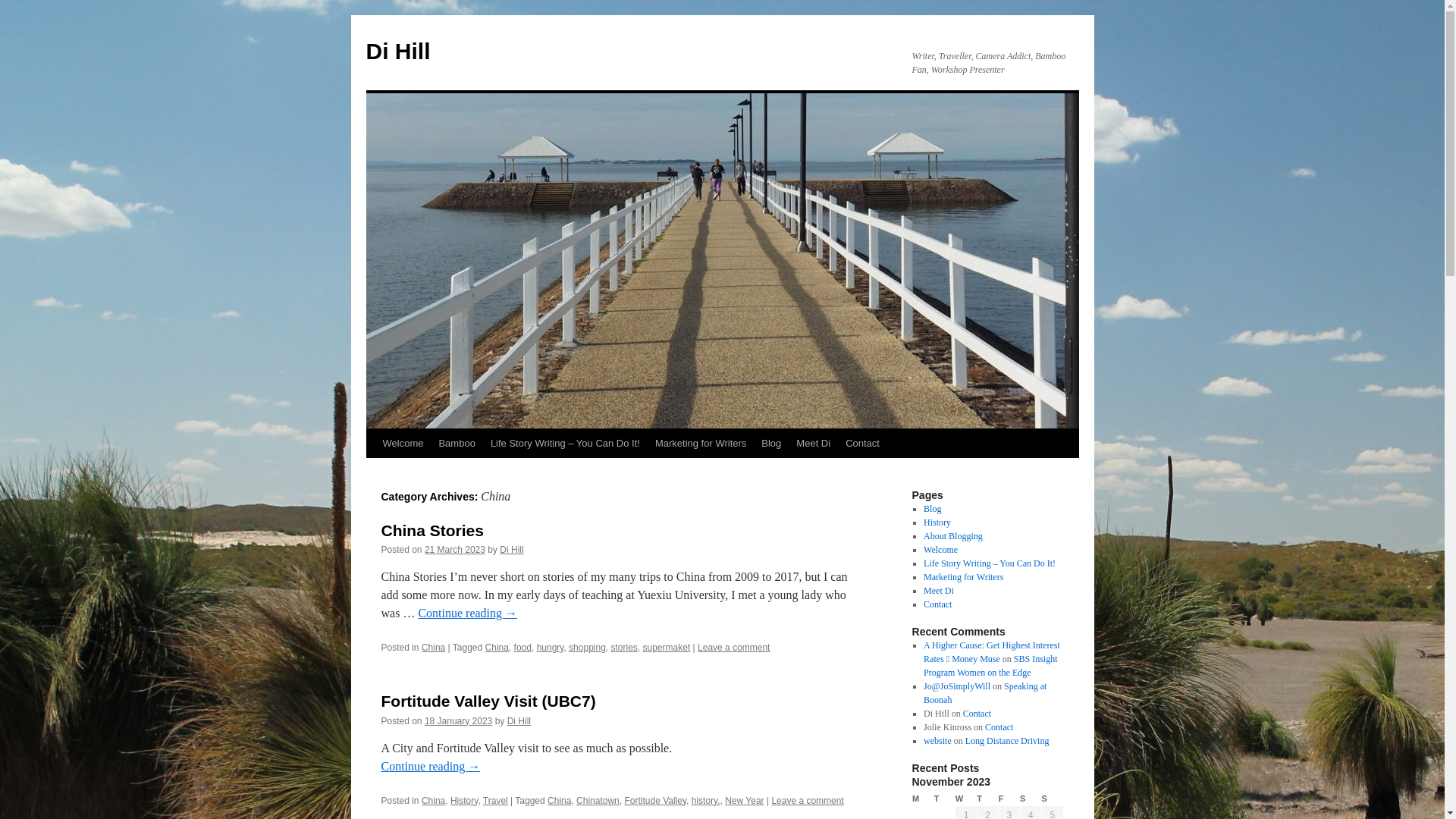 This screenshot has width=1456, height=819. Describe the element at coordinates (597, 800) in the screenshot. I see `'Chinatown'` at that location.